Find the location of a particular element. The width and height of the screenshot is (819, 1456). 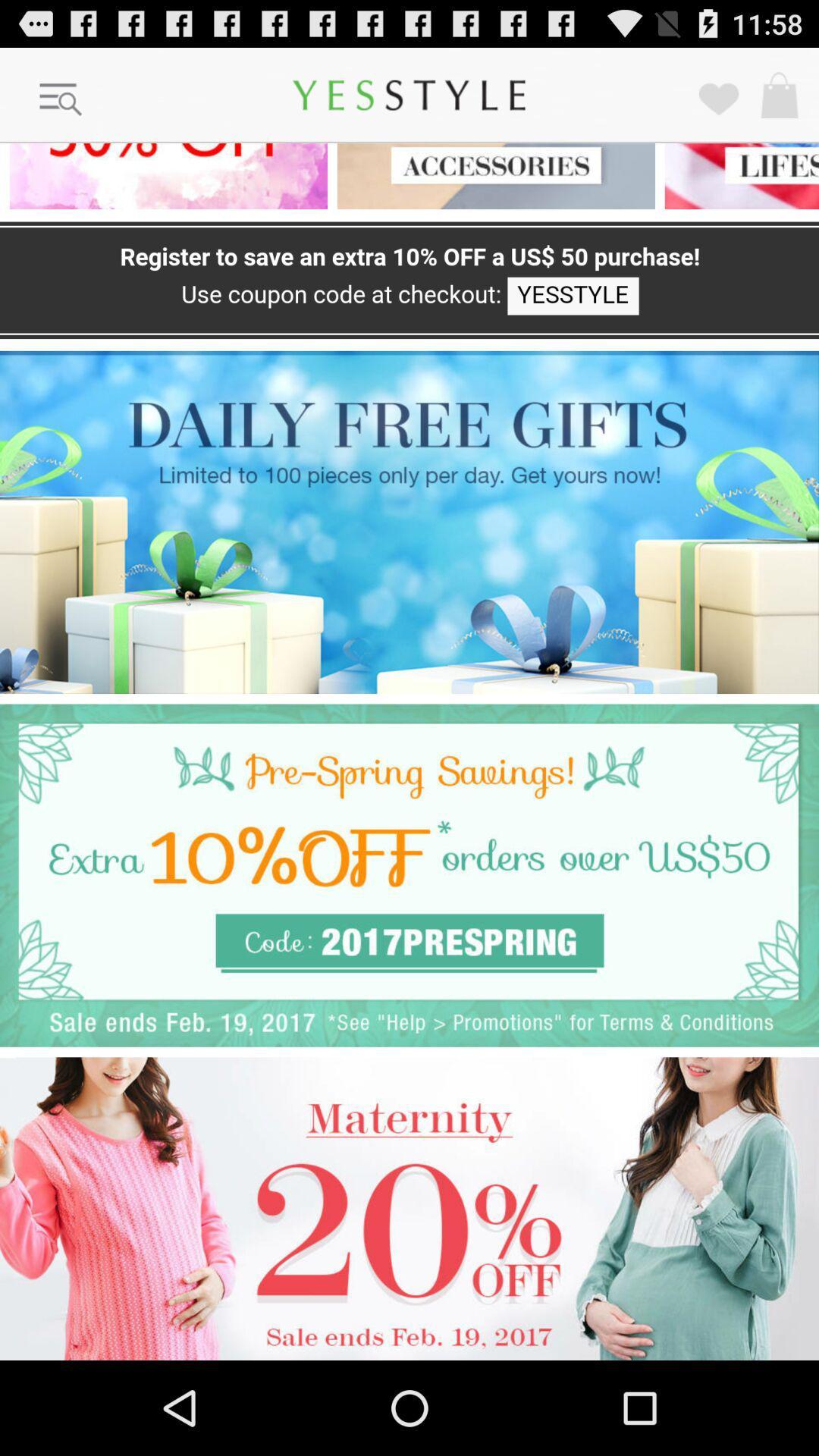

more option button is located at coordinates (61, 99).